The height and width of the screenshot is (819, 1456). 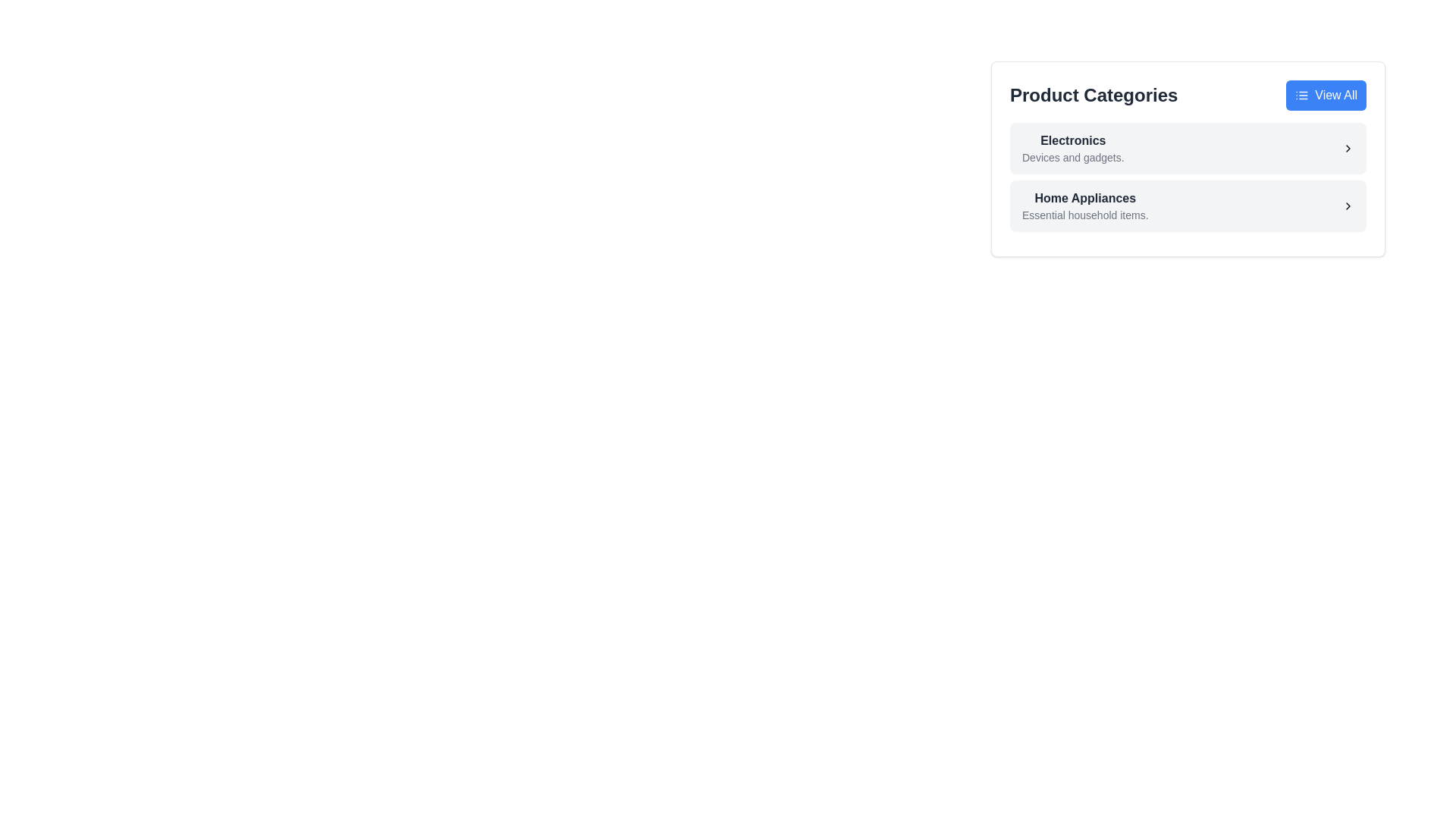 What do you see at coordinates (1072, 149) in the screenshot?
I see `textual content of the text block with the bold heading 'Electronics' and subtext 'Devices and gadgets.' located in the top section of the 'Product Categories' card` at bounding box center [1072, 149].